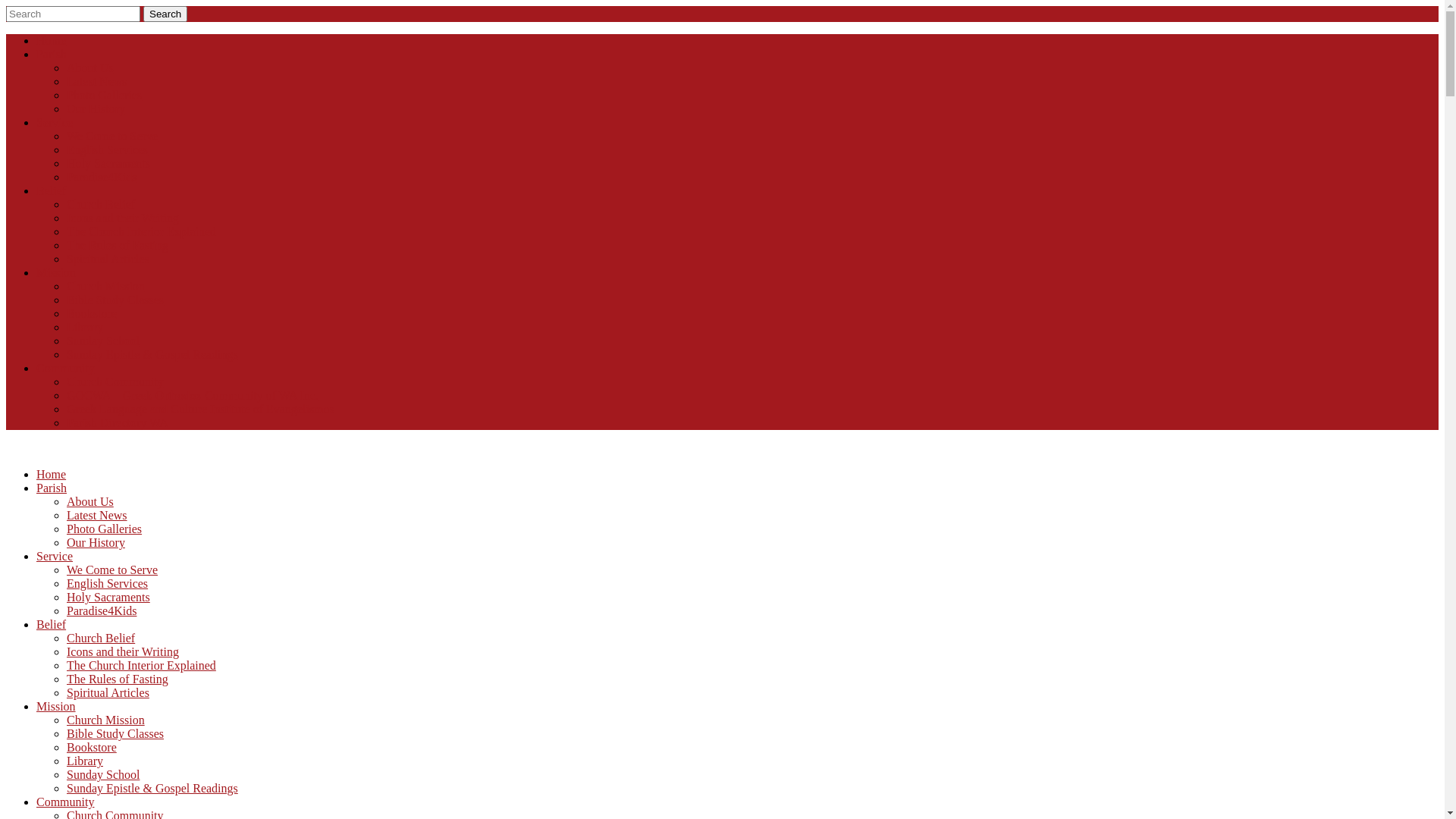  I want to click on 'Bible Study Classes', so click(115, 733).